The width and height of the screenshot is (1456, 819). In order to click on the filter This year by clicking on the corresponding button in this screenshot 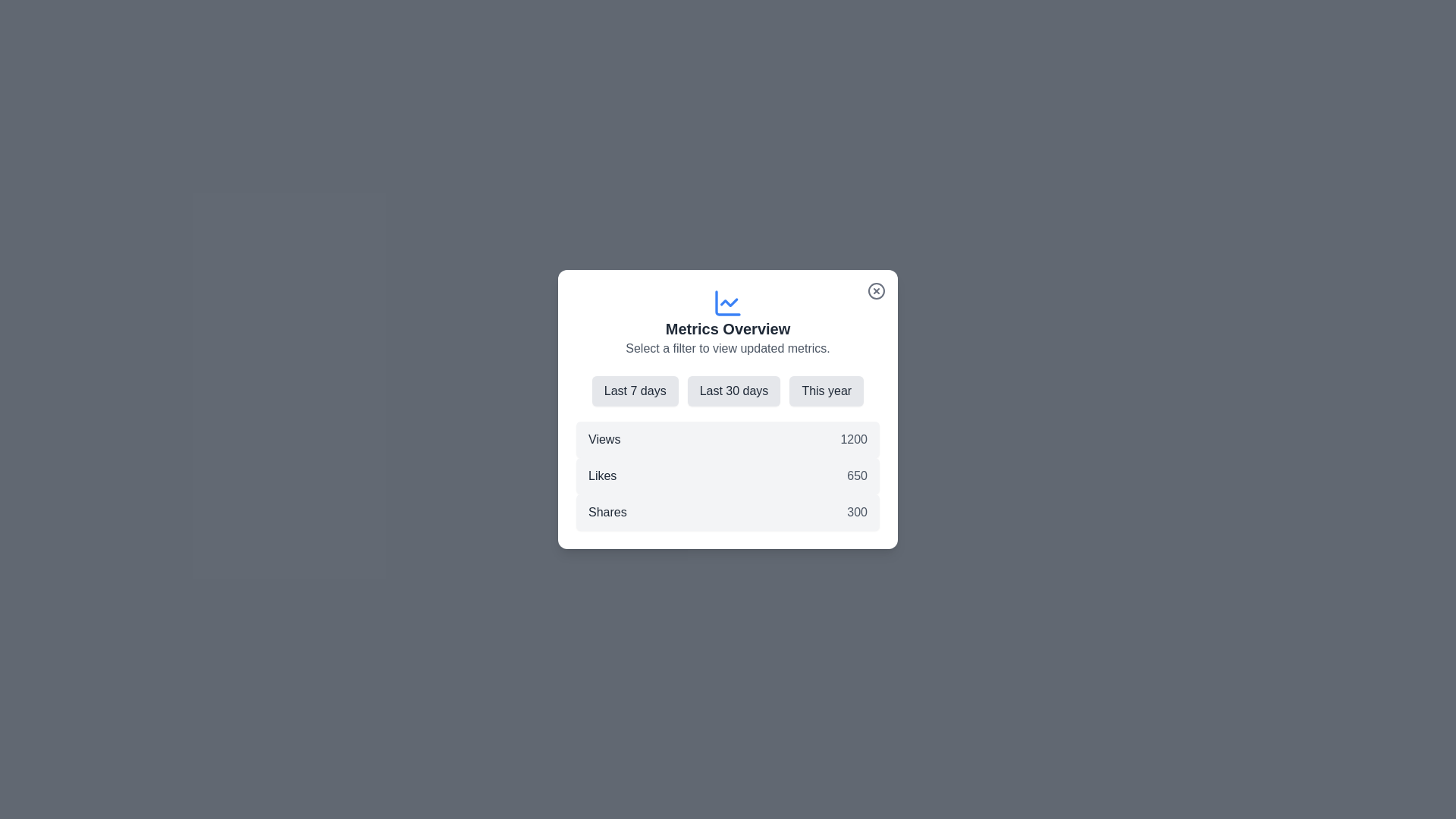, I will do `click(825, 391)`.